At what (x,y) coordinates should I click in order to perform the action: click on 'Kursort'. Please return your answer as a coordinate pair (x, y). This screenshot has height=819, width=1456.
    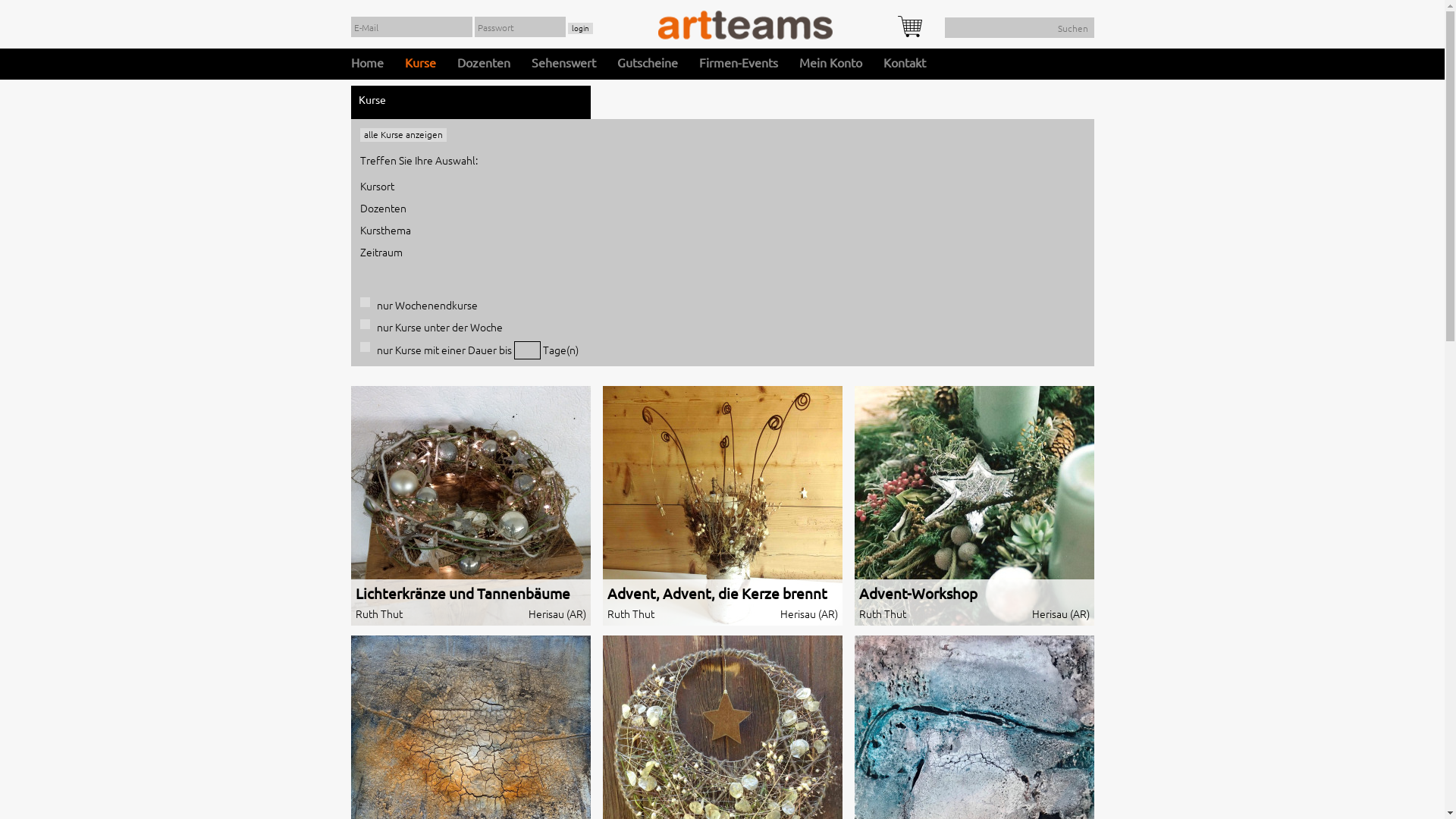
    Looking at the image, I should click on (359, 185).